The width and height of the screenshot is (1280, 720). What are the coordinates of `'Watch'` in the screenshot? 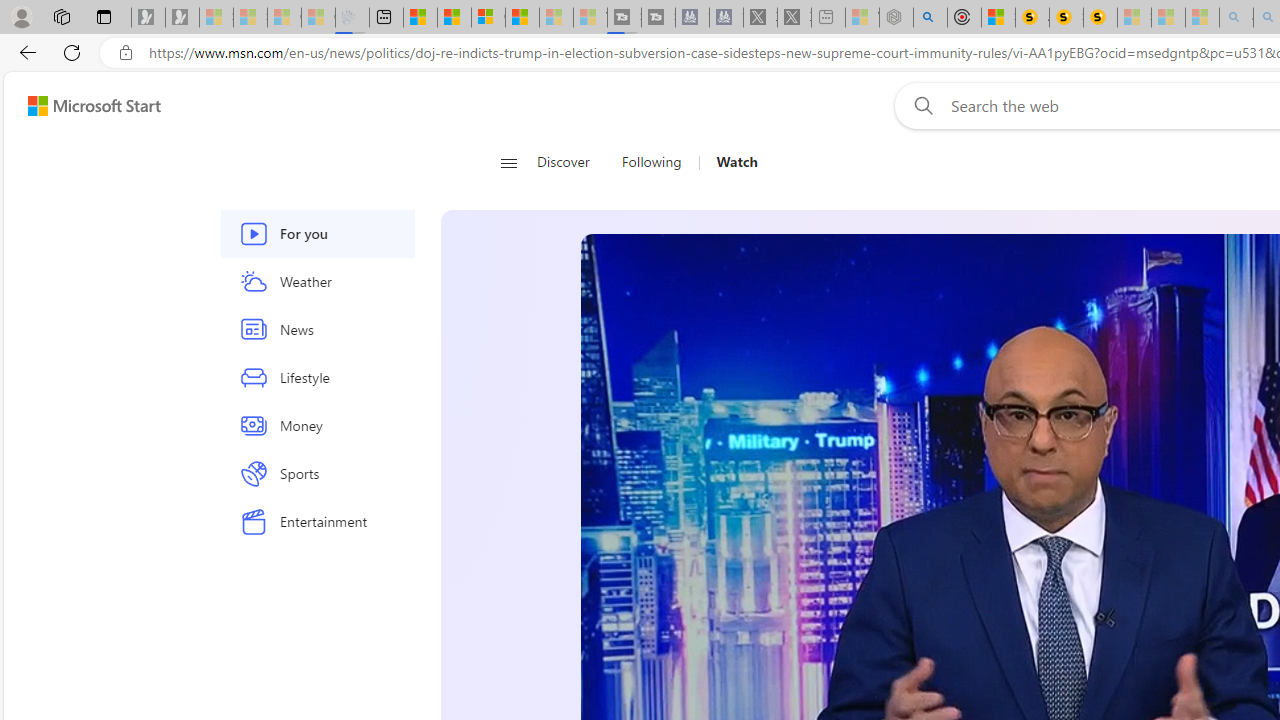 It's located at (736, 162).